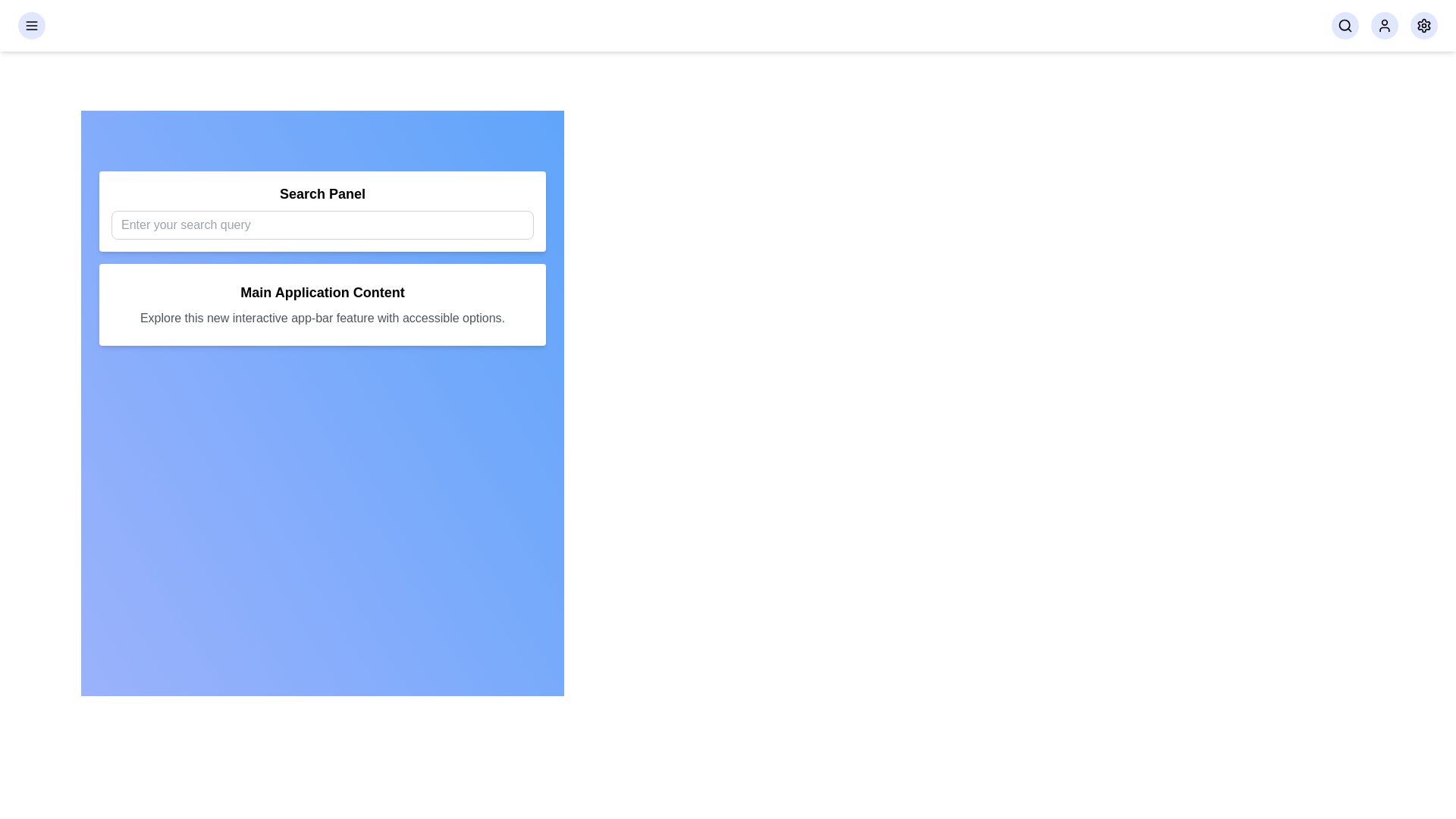 The image size is (1456, 819). I want to click on the 'Search Panel' header text, so click(322, 193).